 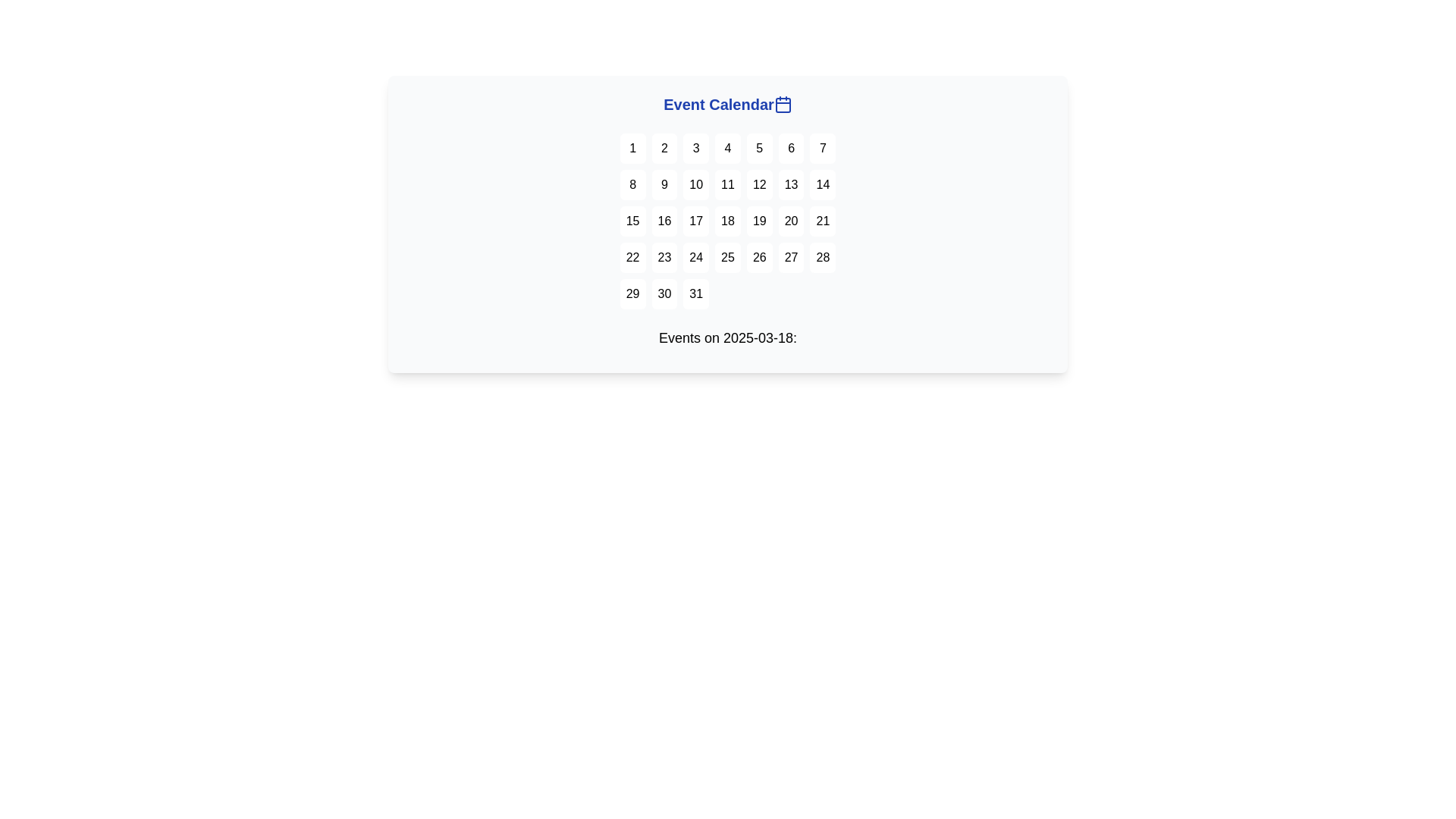 What do you see at coordinates (664, 184) in the screenshot?
I see `the selectable day button representing the number '9' in the calendar grid, located in the second row and second column, between buttons '8' and '10'` at bounding box center [664, 184].